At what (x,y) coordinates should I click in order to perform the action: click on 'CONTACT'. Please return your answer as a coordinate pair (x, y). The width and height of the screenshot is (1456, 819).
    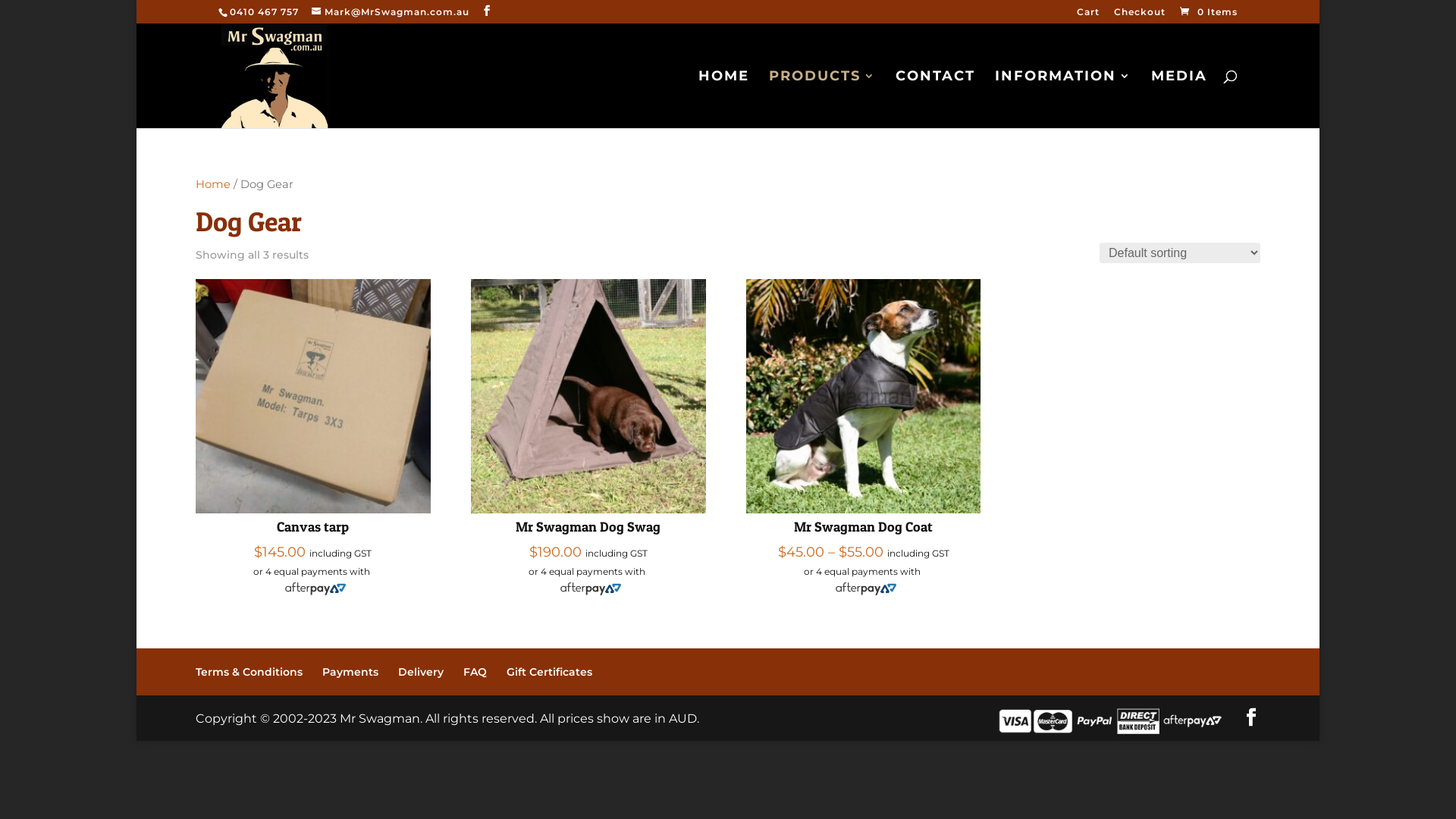
    Looking at the image, I should click on (934, 99).